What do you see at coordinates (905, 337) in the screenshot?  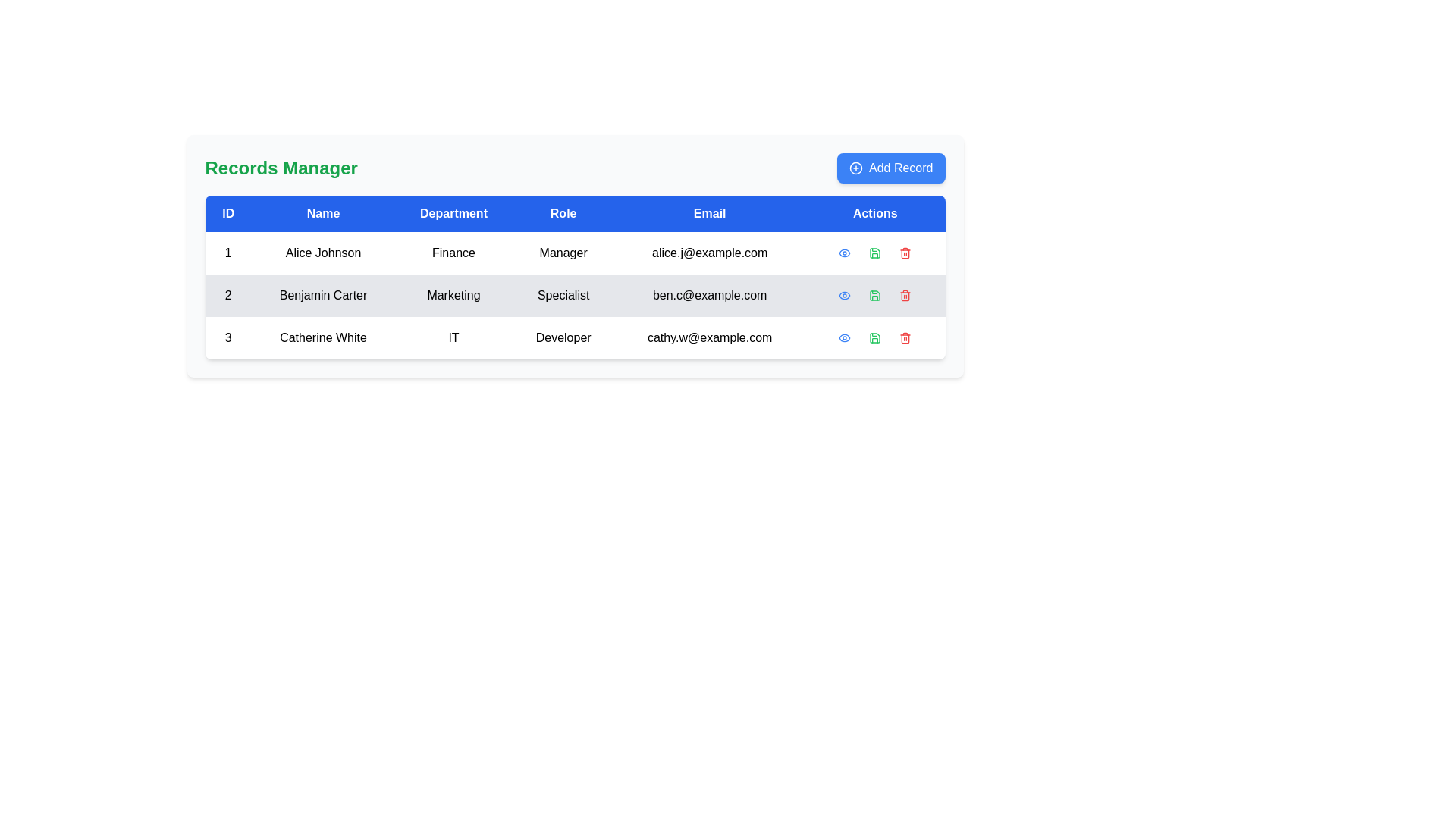 I see `the delete button for the record associated with Catherine White, which is the third interactive element in the last column of the third row in the table layout` at bounding box center [905, 337].